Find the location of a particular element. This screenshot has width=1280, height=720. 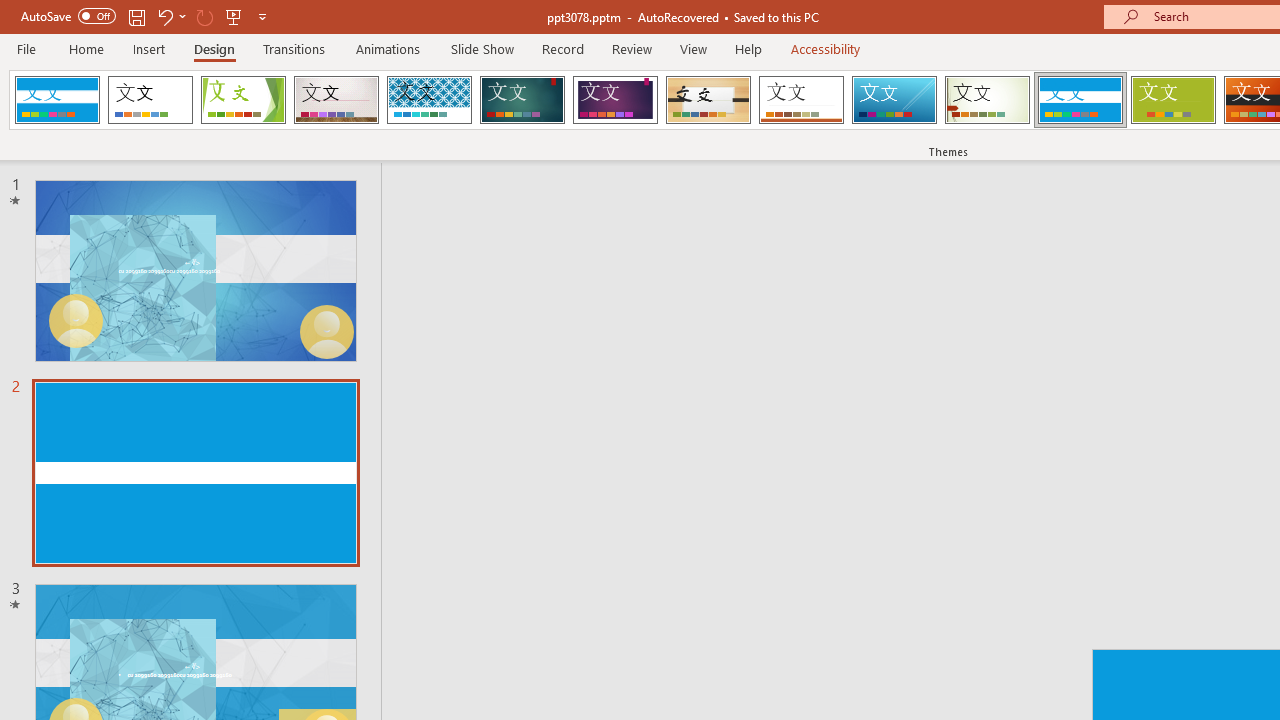

'Office Theme' is located at coordinates (149, 100).